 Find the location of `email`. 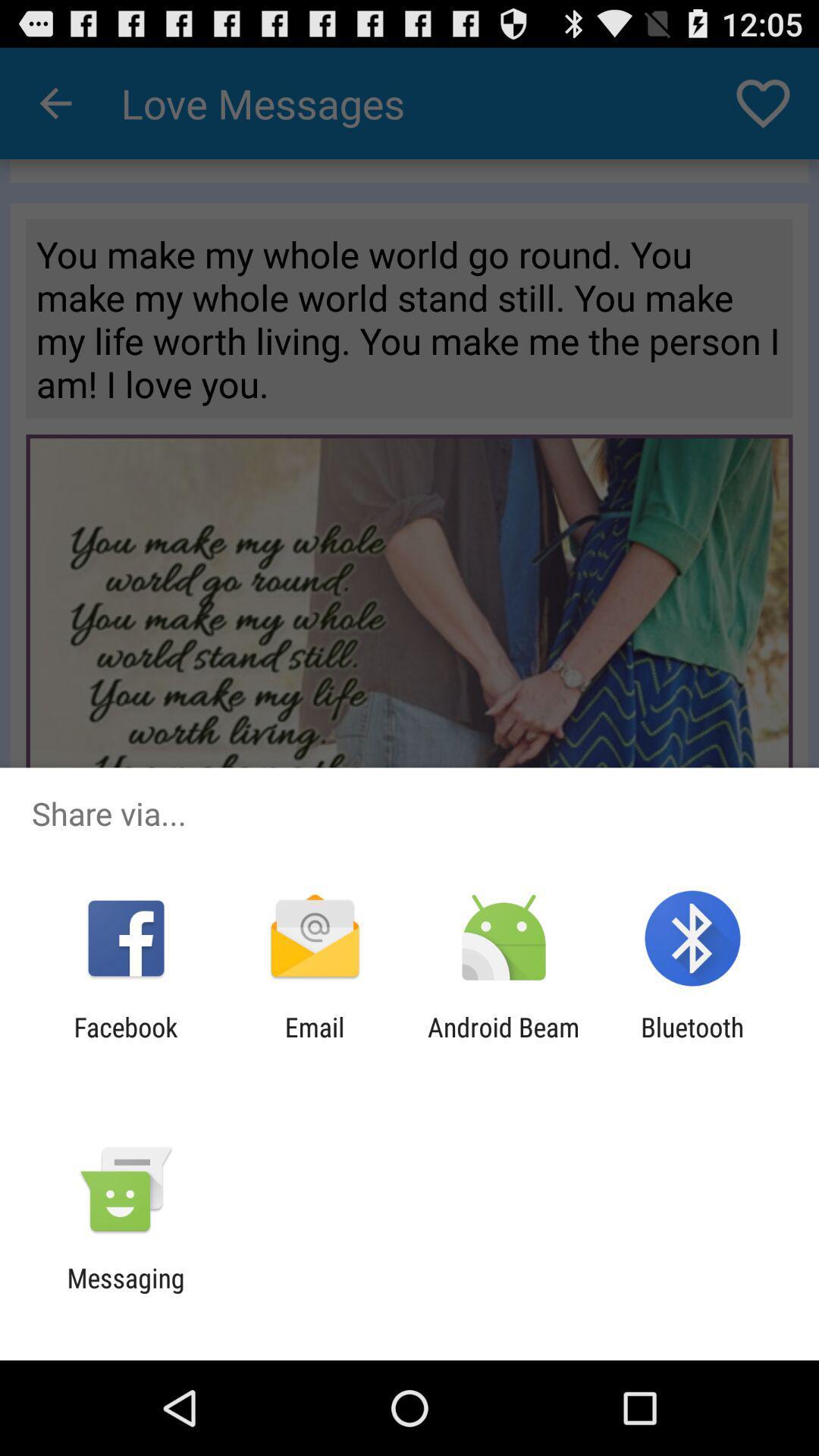

email is located at coordinates (314, 1042).